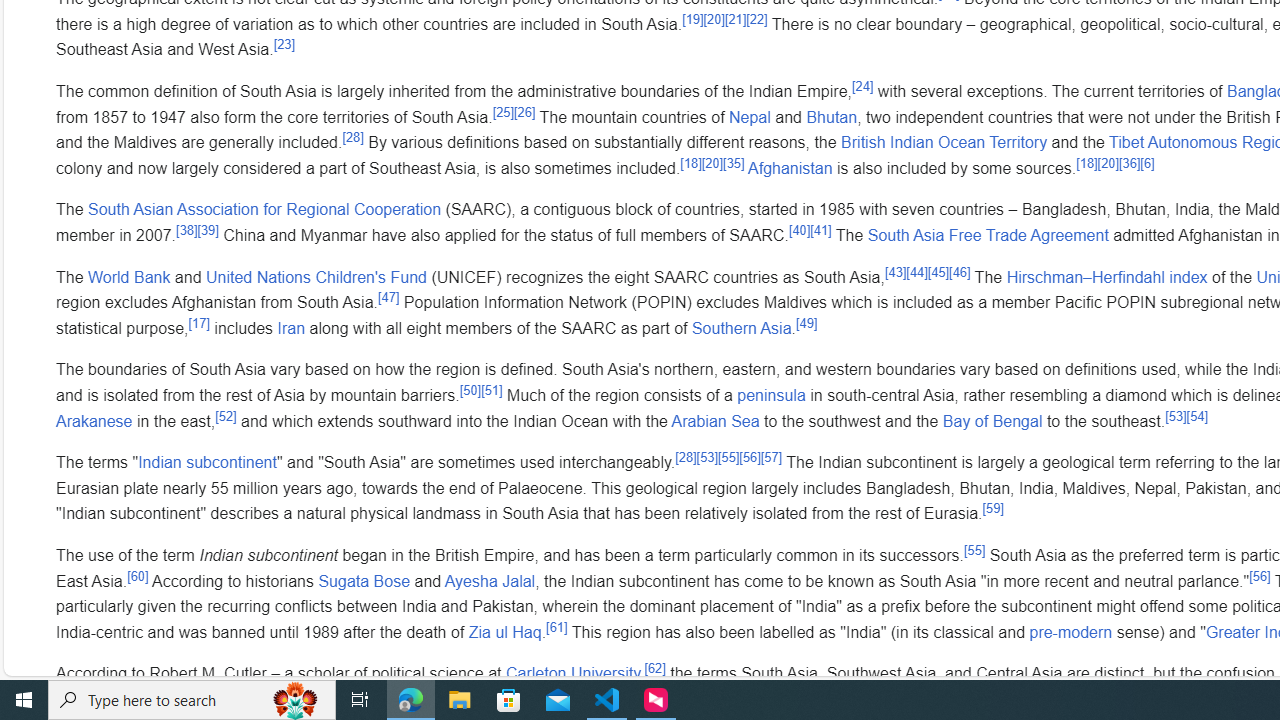 The width and height of the screenshot is (1280, 720). What do you see at coordinates (263, 209) in the screenshot?
I see `'South Asian Association for Regional Cooperation'` at bounding box center [263, 209].